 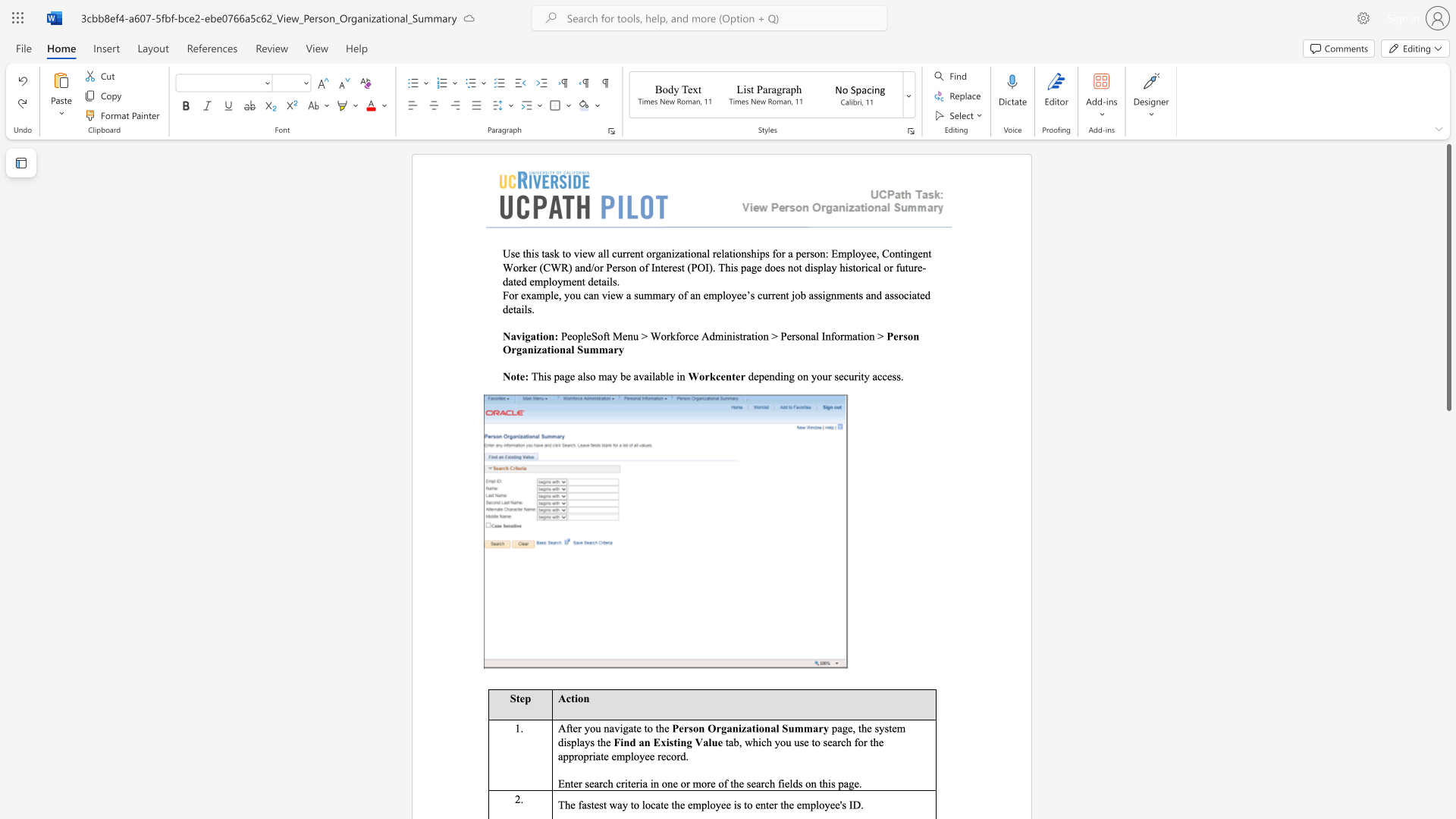 I want to click on the subset text "criteria in one or more of the" within the text "Enter search criteria in one or more of the search fields on this page.", so click(x=616, y=783).